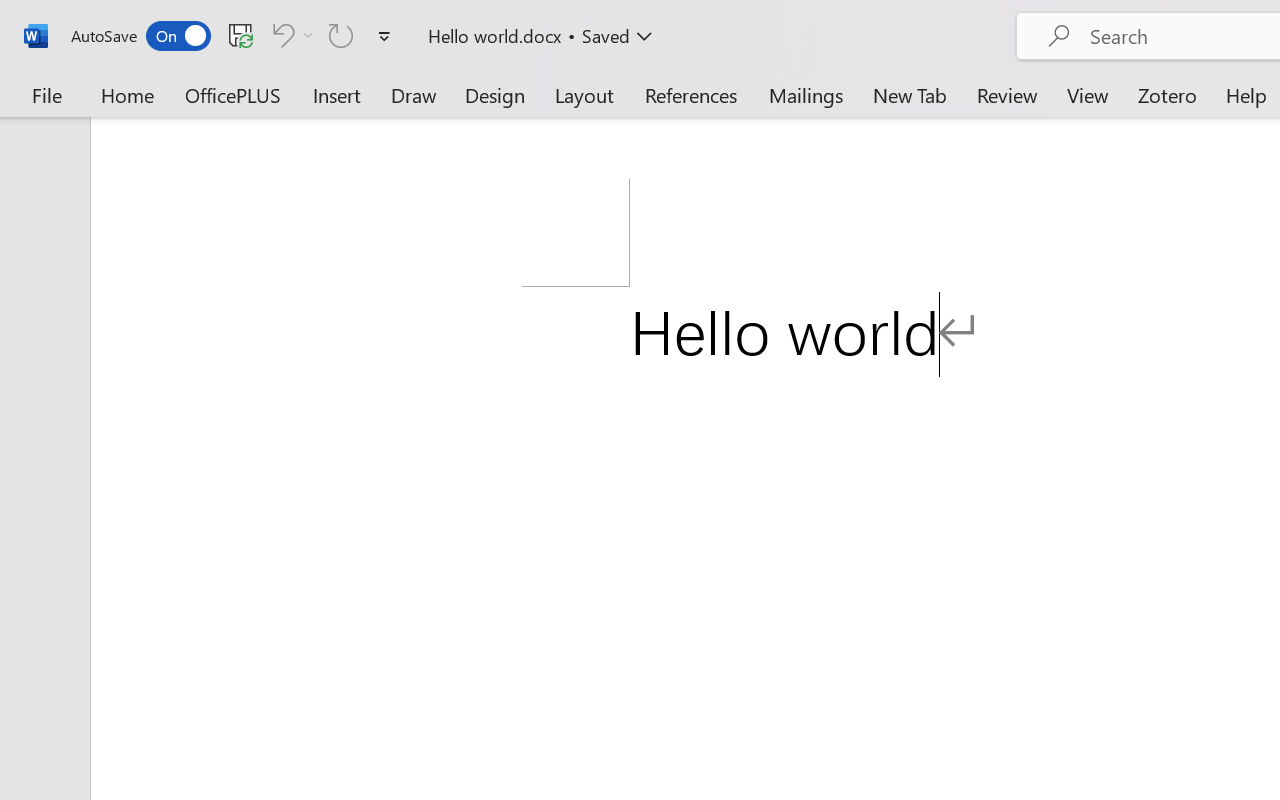 The width and height of the screenshot is (1280, 800). I want to click on 'References', so click(691, 94).